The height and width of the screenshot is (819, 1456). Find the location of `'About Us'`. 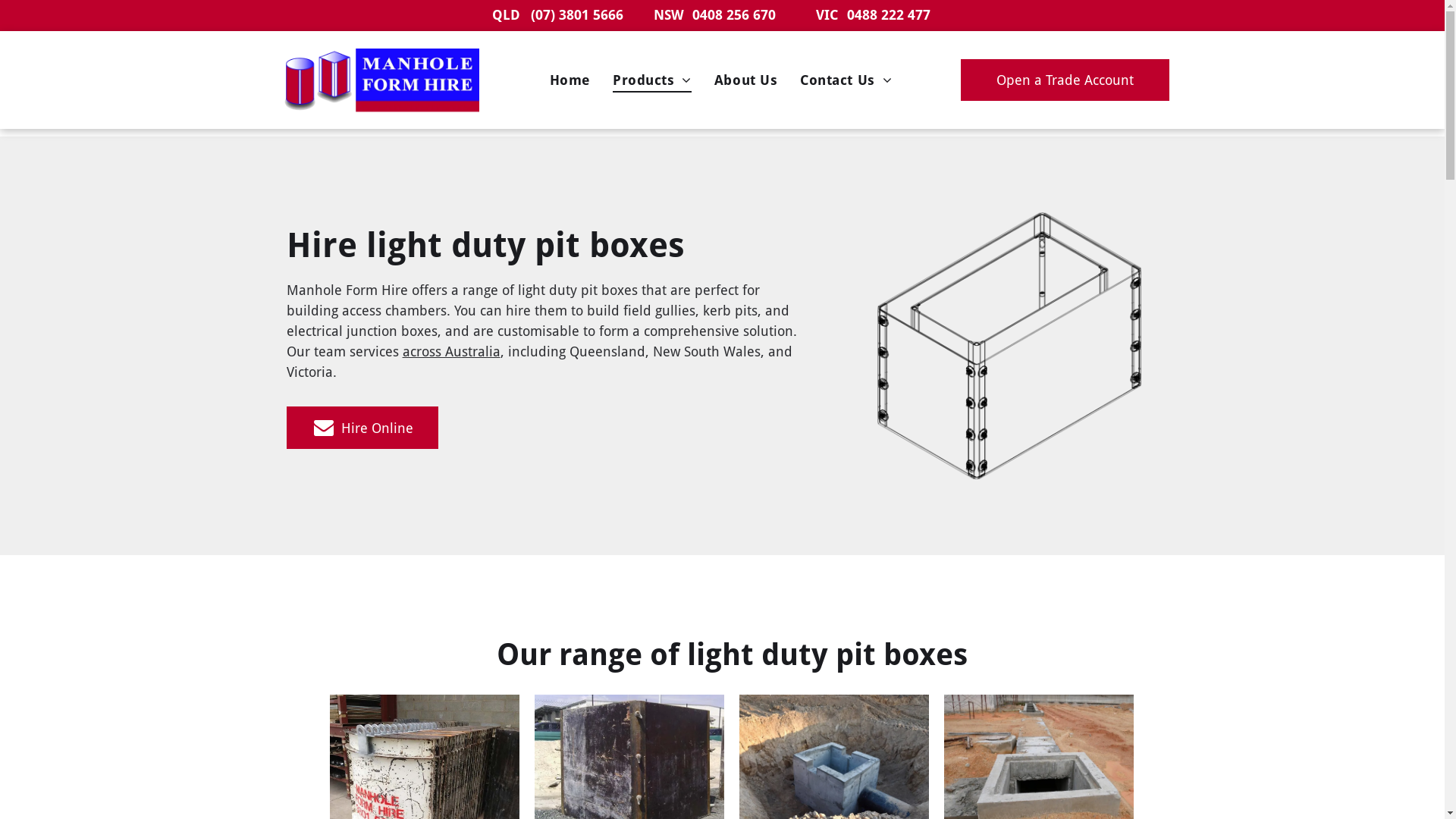

'About Us' is located at coordinates (745, 80).